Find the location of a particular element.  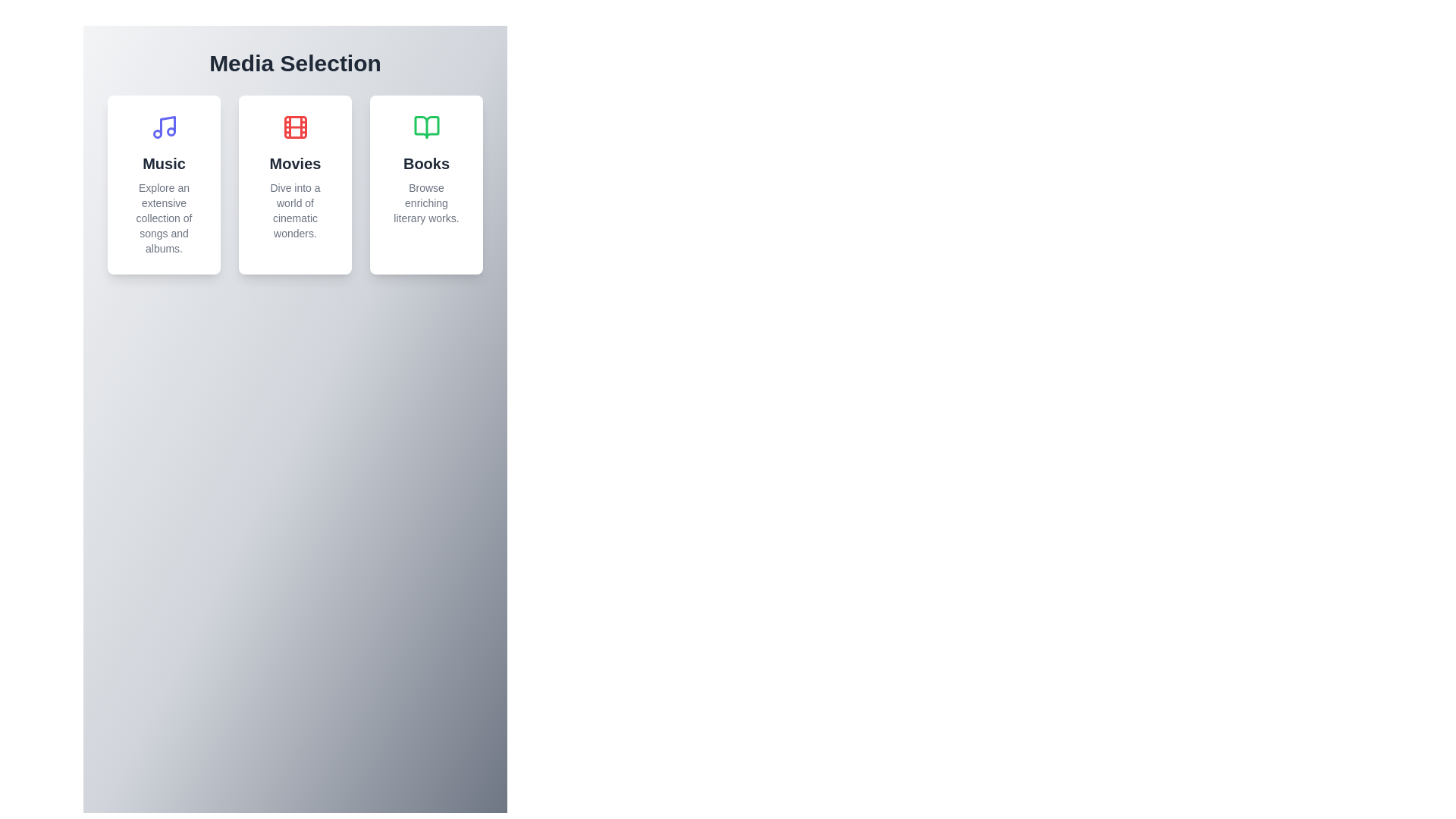

the decorative visual detail enhancing the 'Music' icon, located near the upper-right portion of the musical note icon within the 'Music' card is located at coordinates (171, 130).